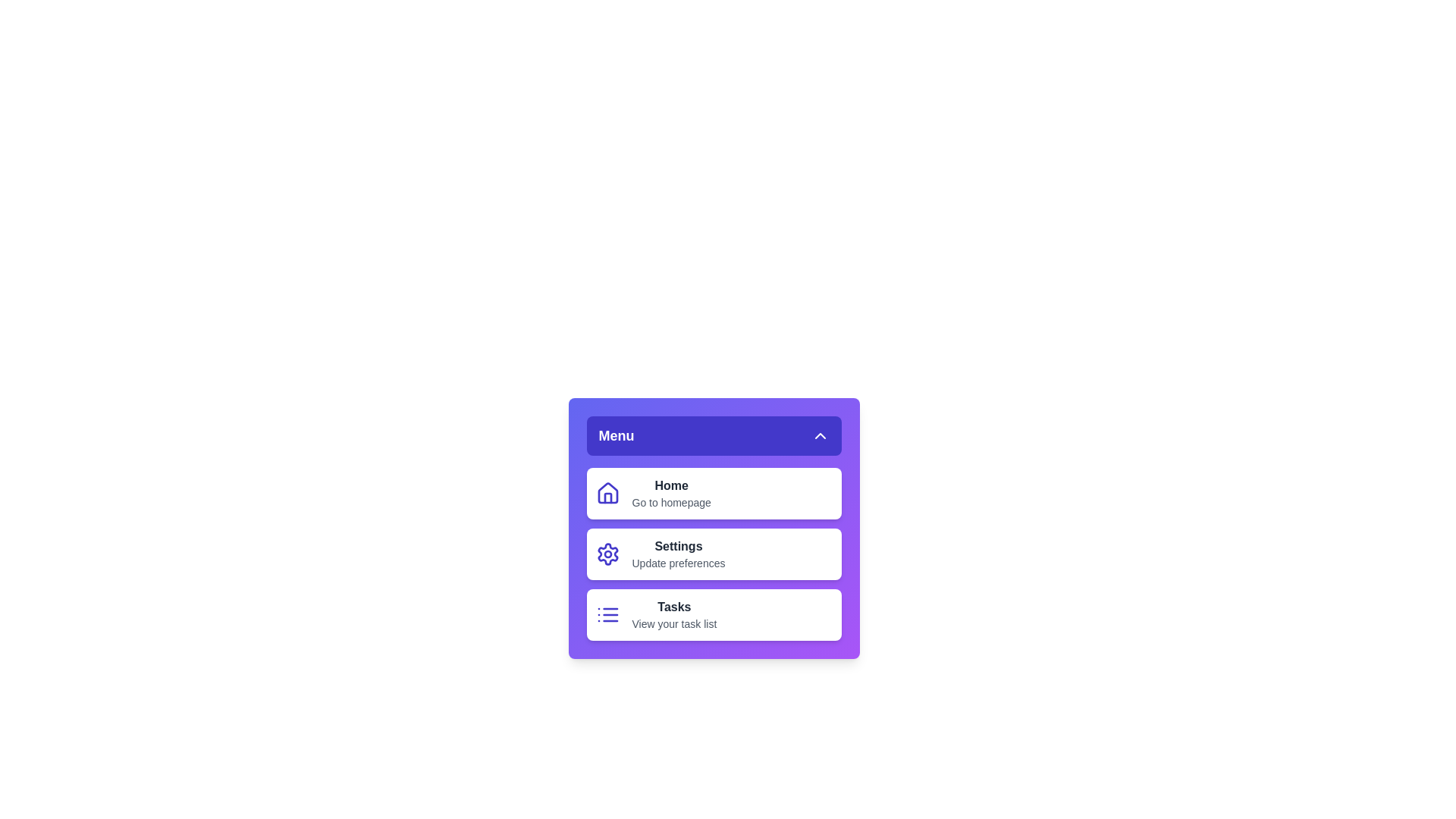 This screenshot has width=1456, height=819. Describe the element at coordinates (670, 485) in the screenshot. I see `the 'Home' menu item in the menu` at that location.